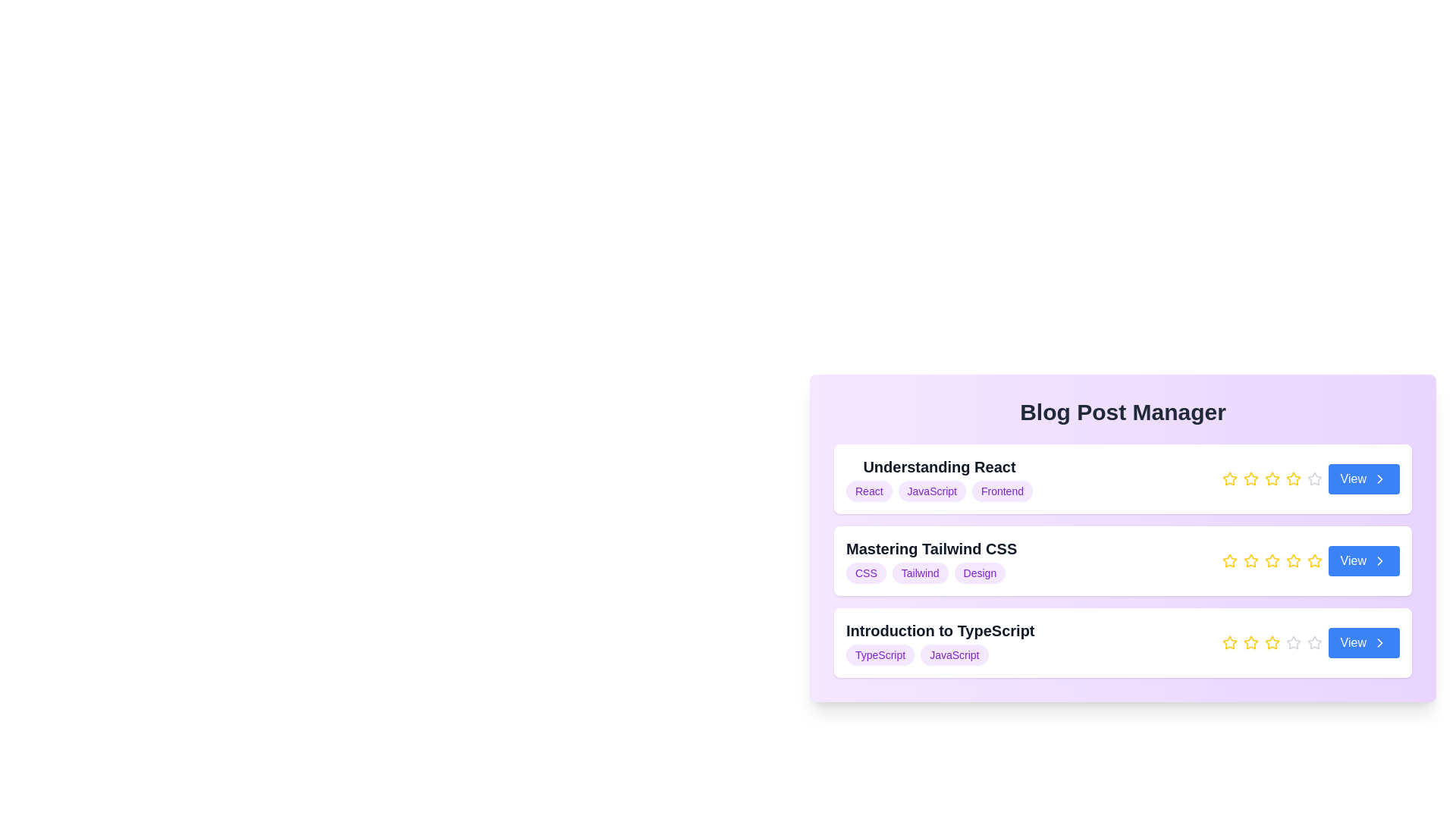  What do you see at coordinates (940, 643) in the screenshot?
I see `title of the blog post displayed in the third card from the top in the 'Blog Post Manager' section, which is centrally positioned near the top of the content block` at bounding box center [940, 643].